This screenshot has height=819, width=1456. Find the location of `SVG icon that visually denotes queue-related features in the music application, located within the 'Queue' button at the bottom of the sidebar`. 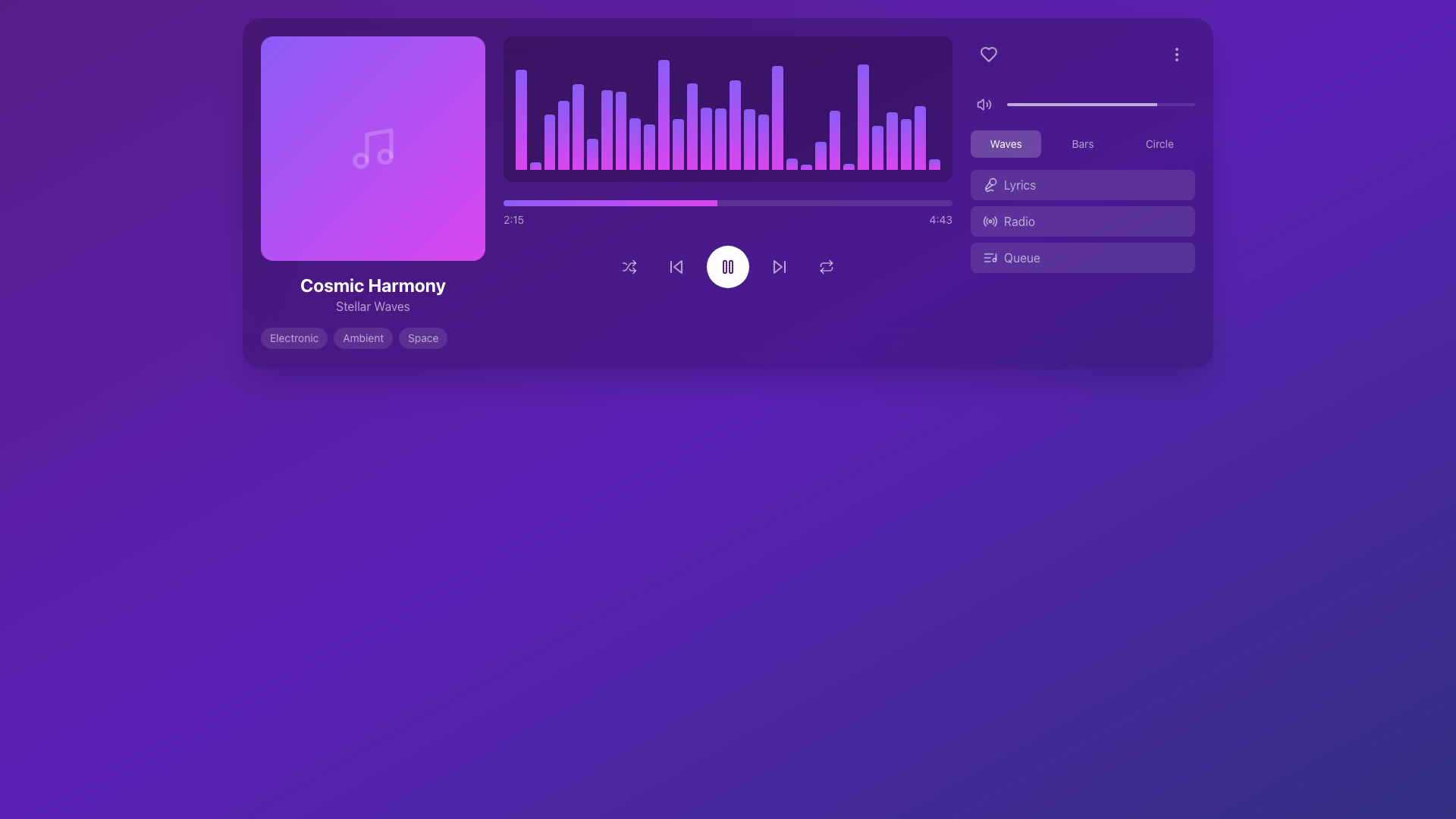

SVG icon that visually denotes queue-related features in the music application, located within the 'Queue' button at the bottom of the sidebar is located at coordinates (990, 256).